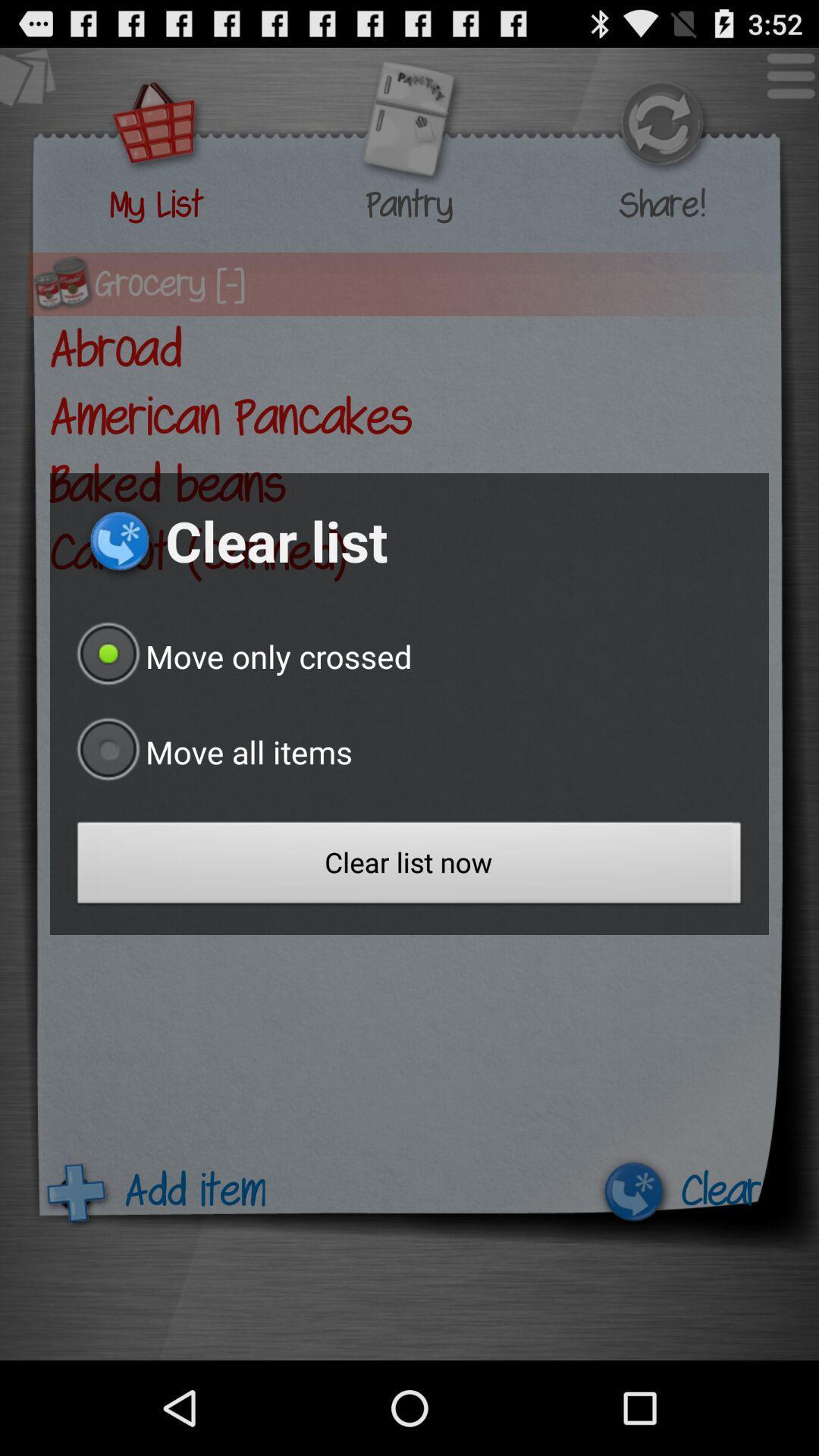 This screenshot has height=1456, width=819. I want to click on move all items icon, so click(211, 752).